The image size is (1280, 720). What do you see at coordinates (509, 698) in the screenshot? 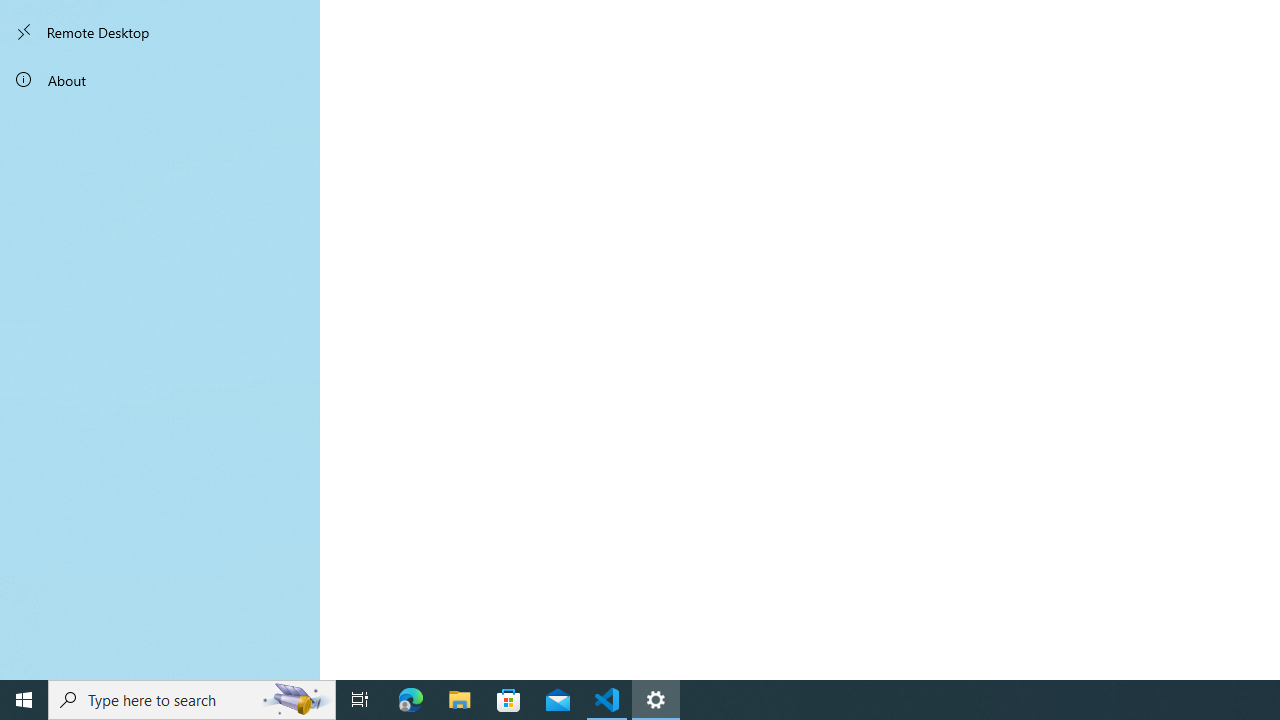
I see `'Microsoft Store'` at bounding box center [509, 698].